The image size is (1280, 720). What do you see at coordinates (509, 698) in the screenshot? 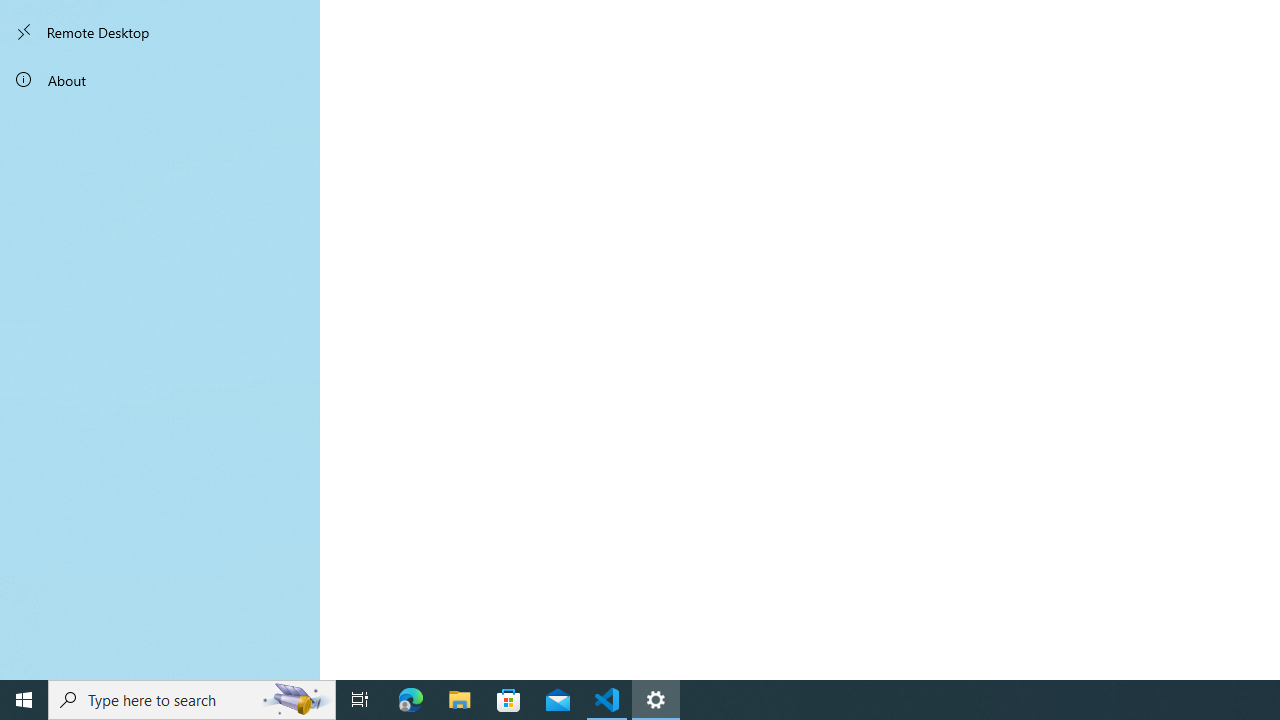
I see `'Microsoft Store'` at bounding box center [509, 698].